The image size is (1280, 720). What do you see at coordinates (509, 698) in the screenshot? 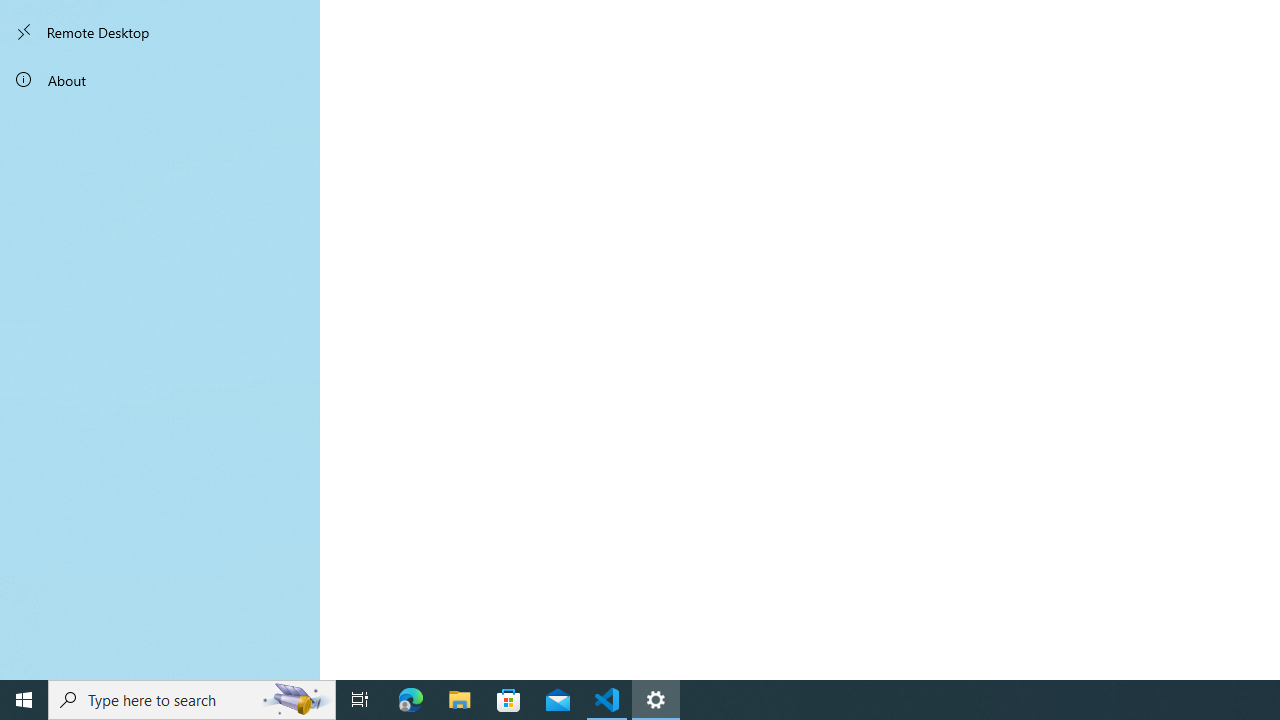
I see `'Microsoft Store'` at bounding box center [509, 698].